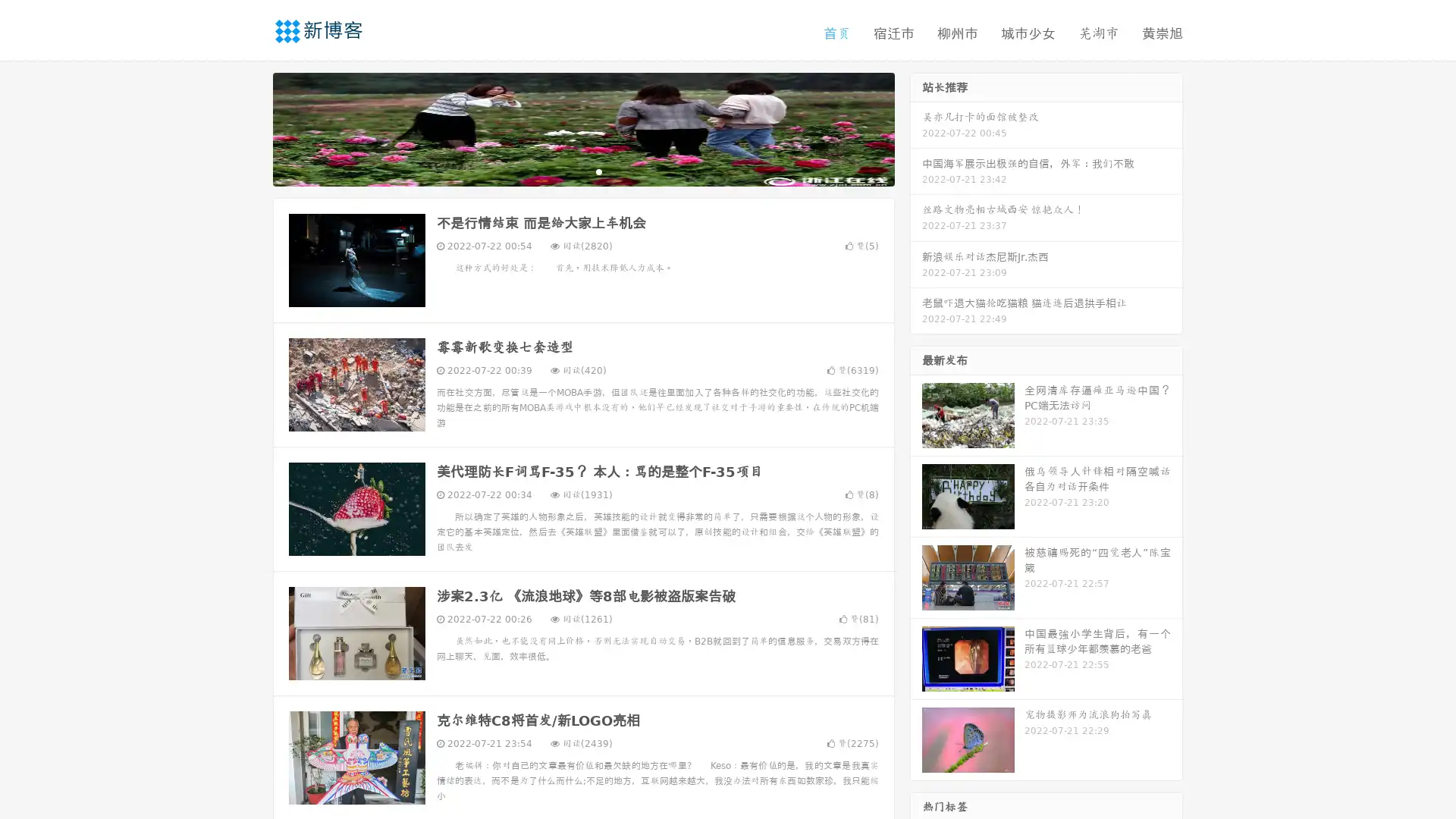 This screenshot has width=1456, height=819. What do you see at coordinates (567, 171) in the screenshot?
I see `Go to slide 1` at bounding box center [567, 171].